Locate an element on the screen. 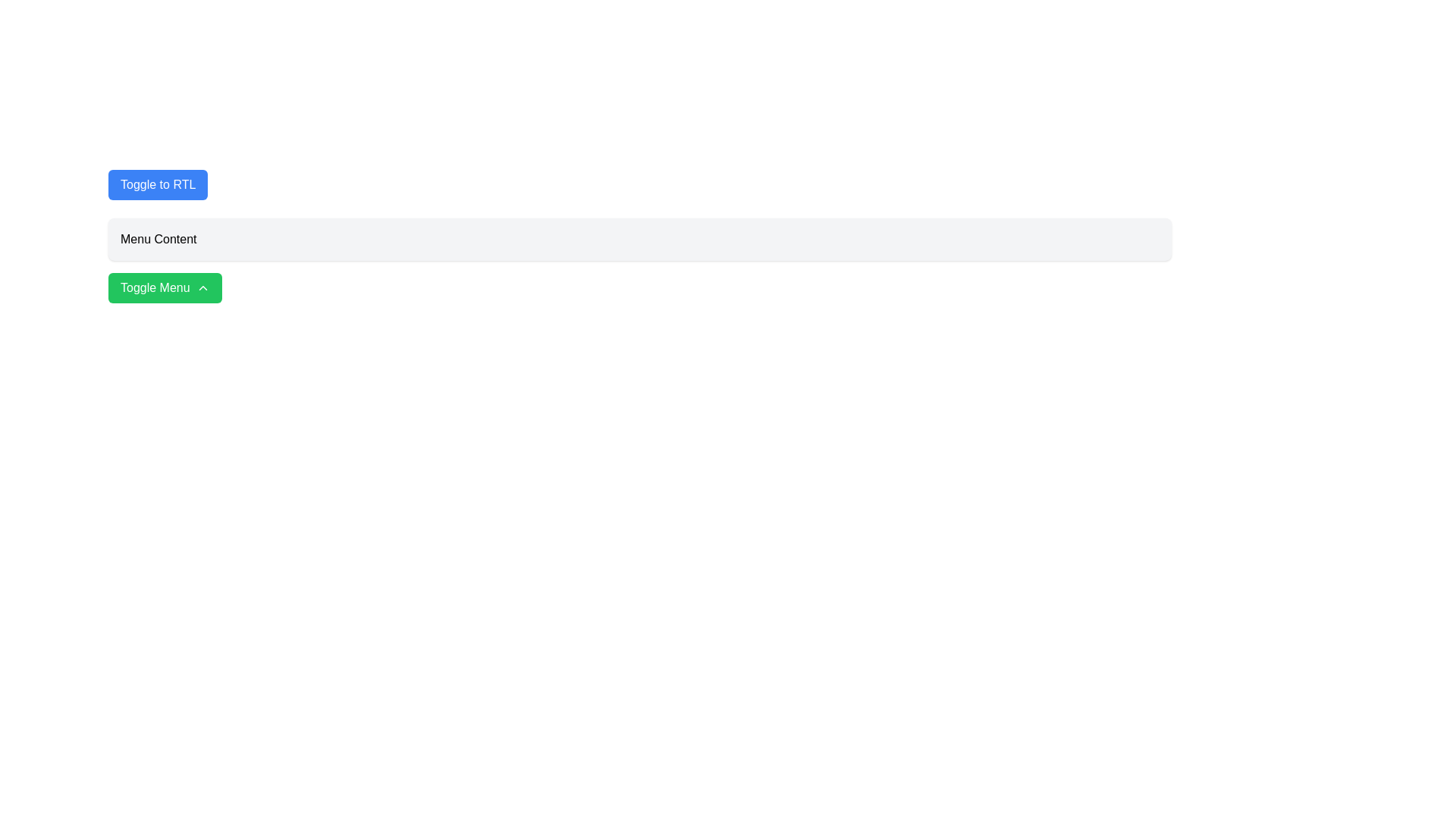  the green rounded button labeled 'Toggle Menu' is located at coordinates (165, 288).